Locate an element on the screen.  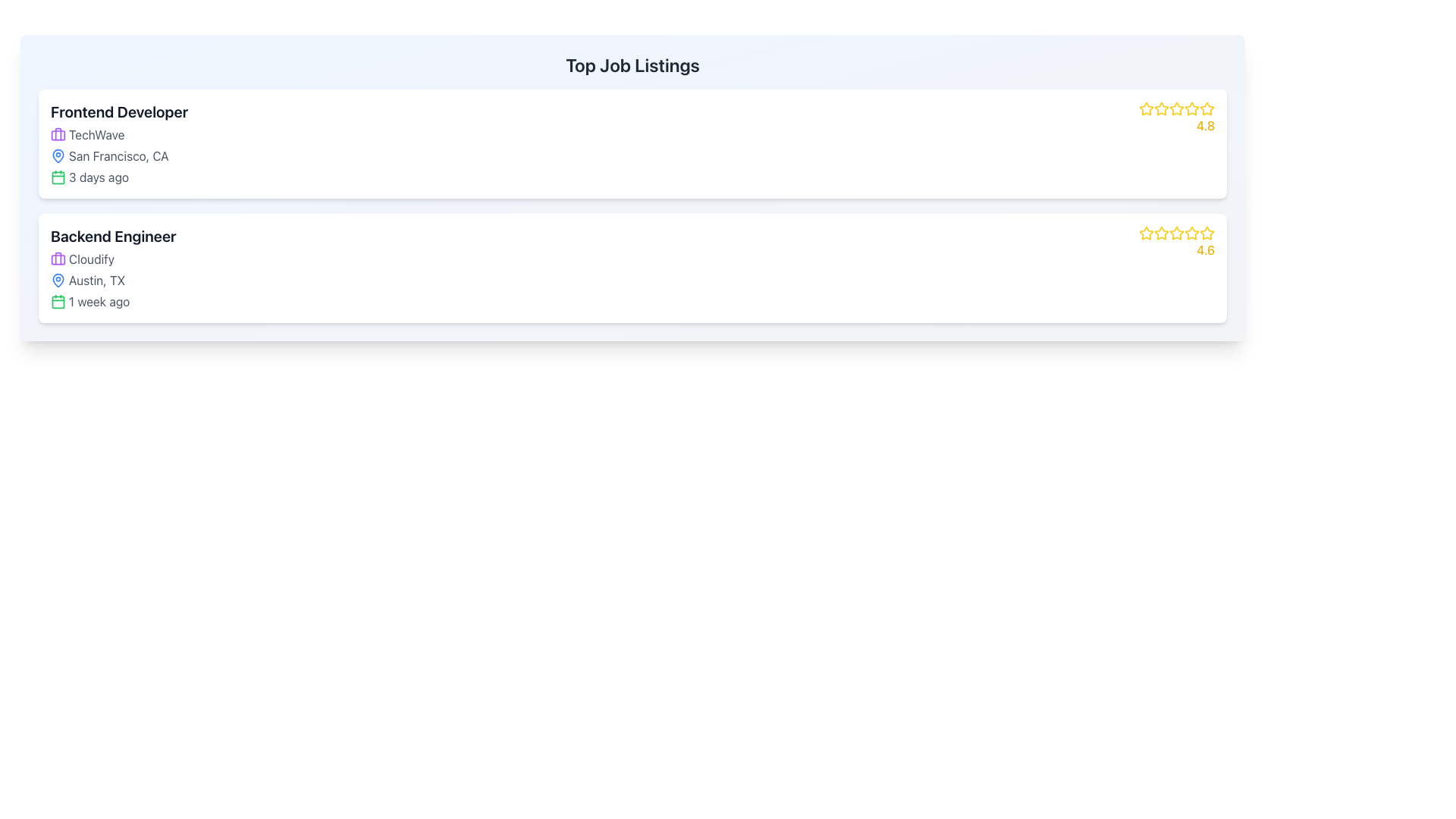
the fifth star in the graphical rating display for the job listing of 'Frontend Developer' is located at coordinates (1191, 108).